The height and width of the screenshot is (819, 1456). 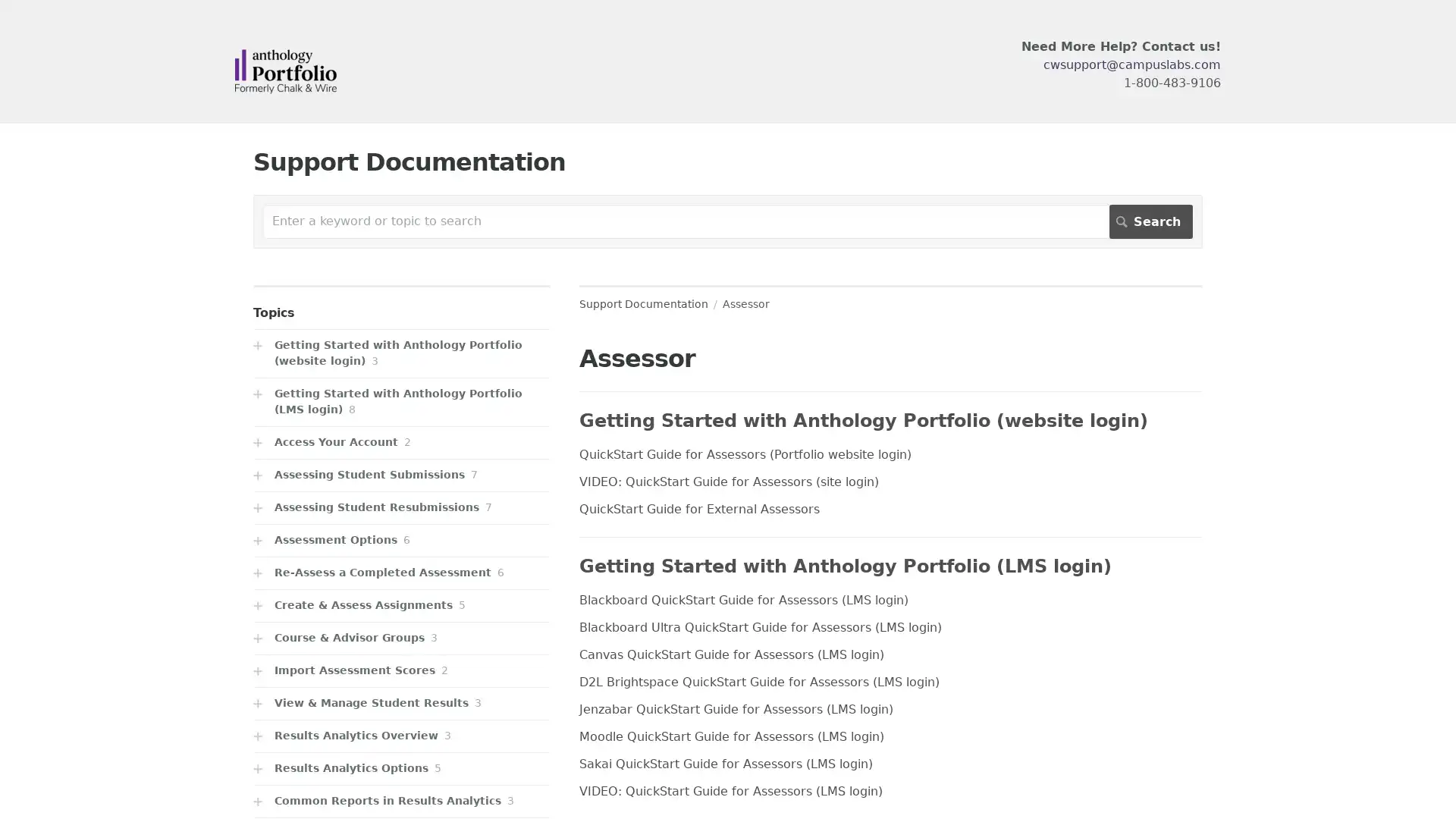 What do you see at coordinates (1150, 221) in the screenshot?
I see `Search` at bounding box center [1150, 221].